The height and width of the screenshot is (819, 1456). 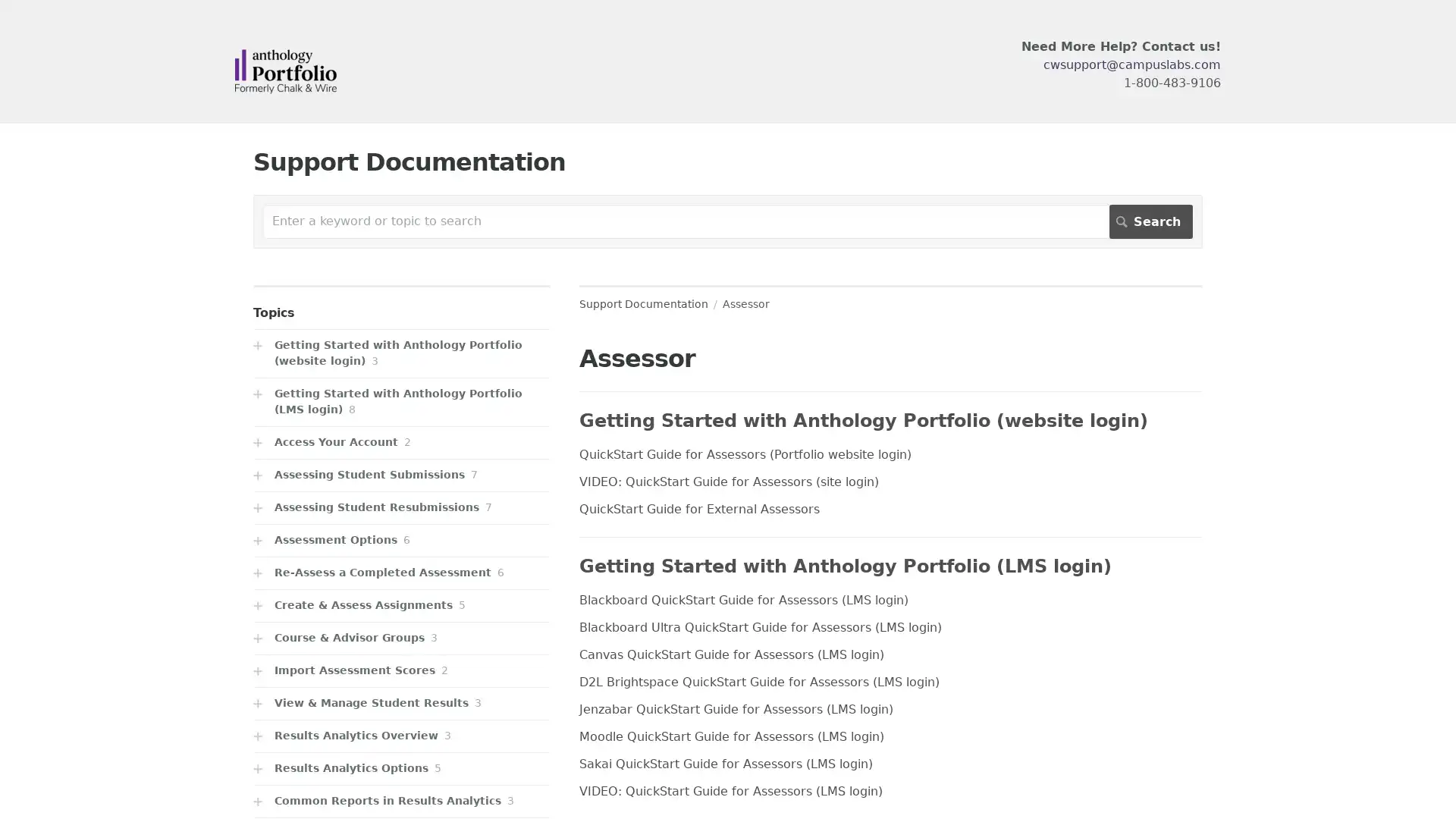 What do you see at coordinates (1150, 221) in the screenshot?
I see `Search` at bounding box center [1150, 221].